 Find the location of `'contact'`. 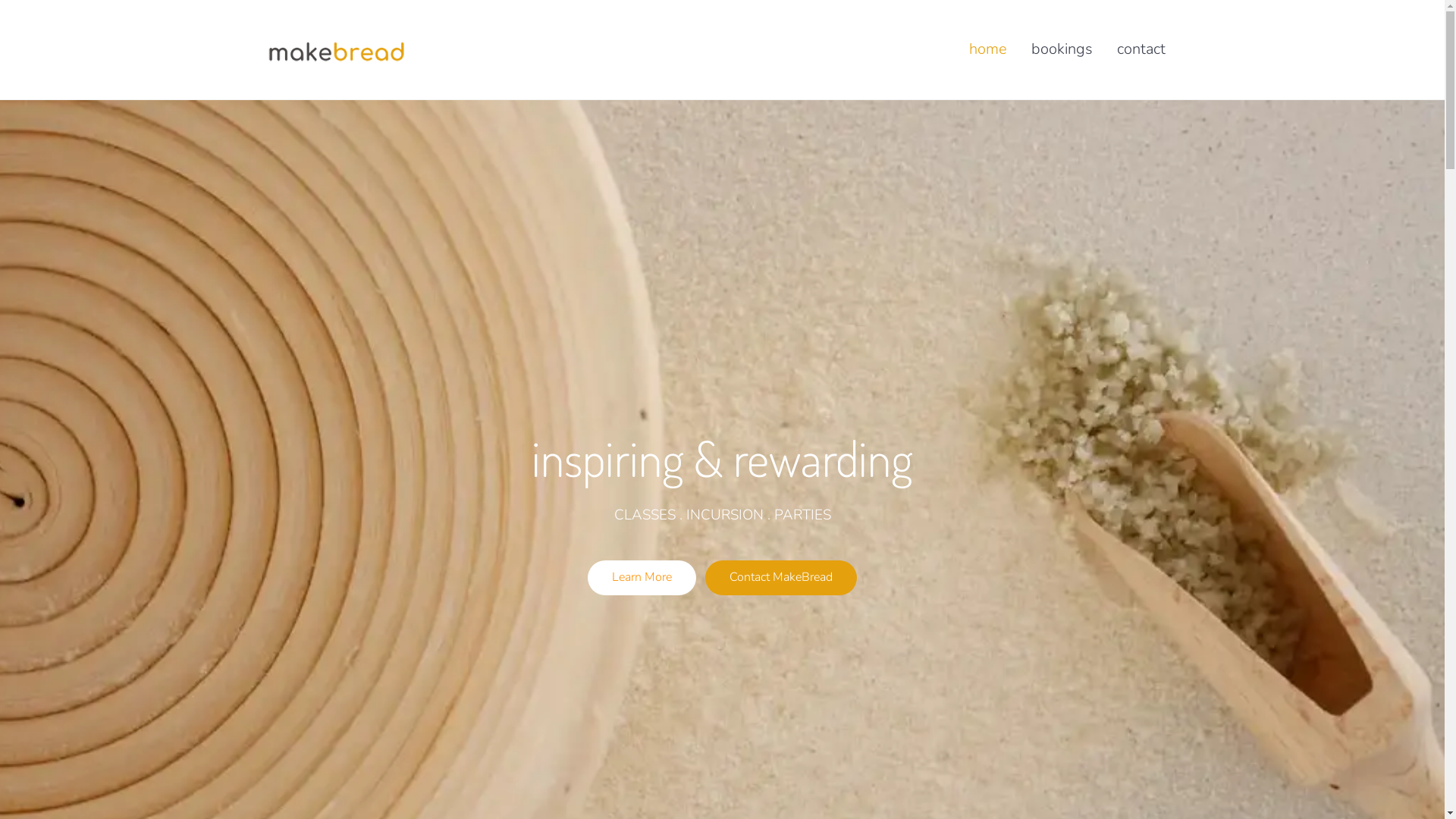

'contact' is located at coordinates (1140, 49).